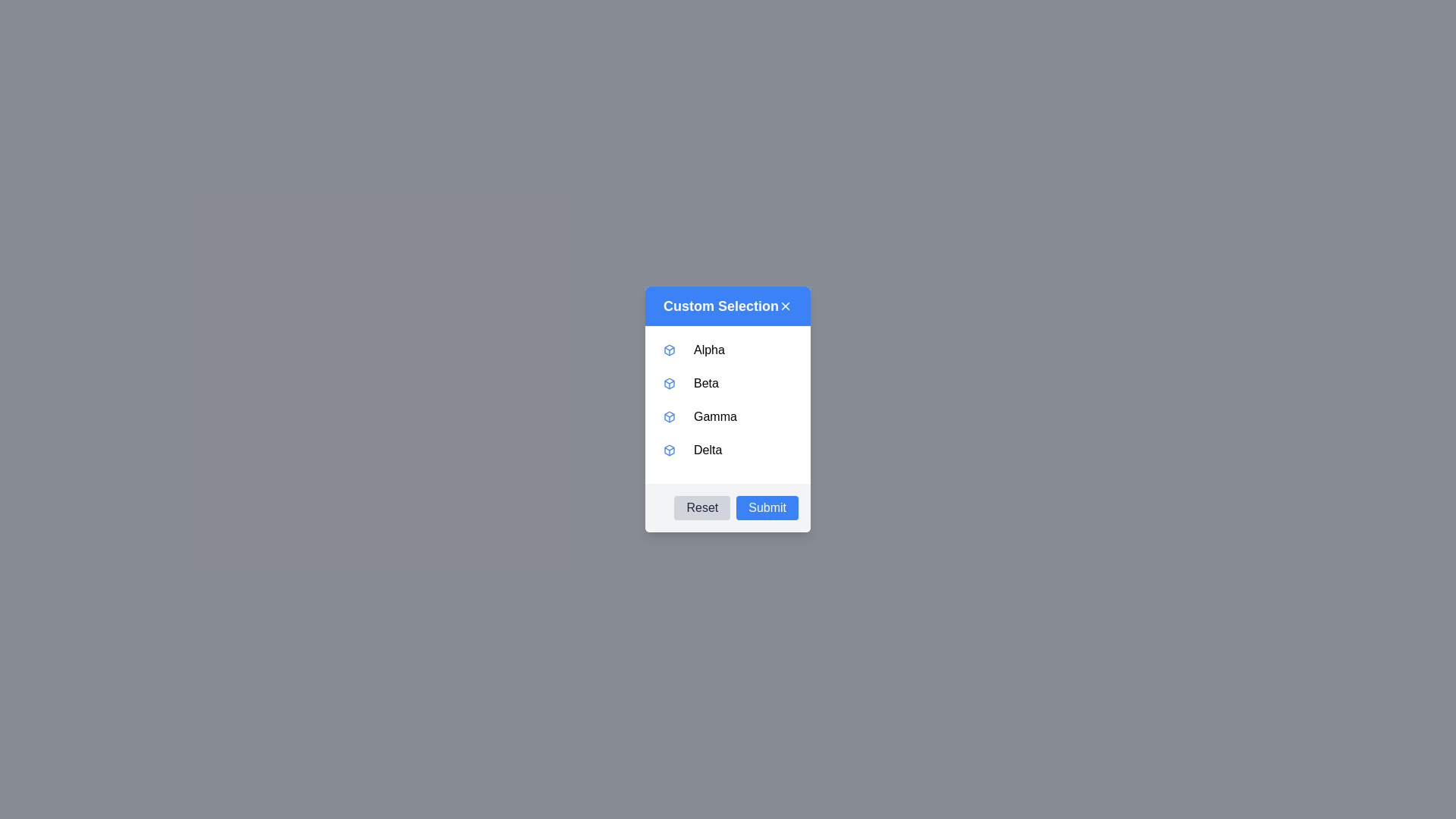 This screenshot has height=819, width=1456. I want to click on the selectable option within the list labeled as the second item in the modal titled 'Custom Selection', located between 'Alpha' and 'Gamma', so click(728, 382).